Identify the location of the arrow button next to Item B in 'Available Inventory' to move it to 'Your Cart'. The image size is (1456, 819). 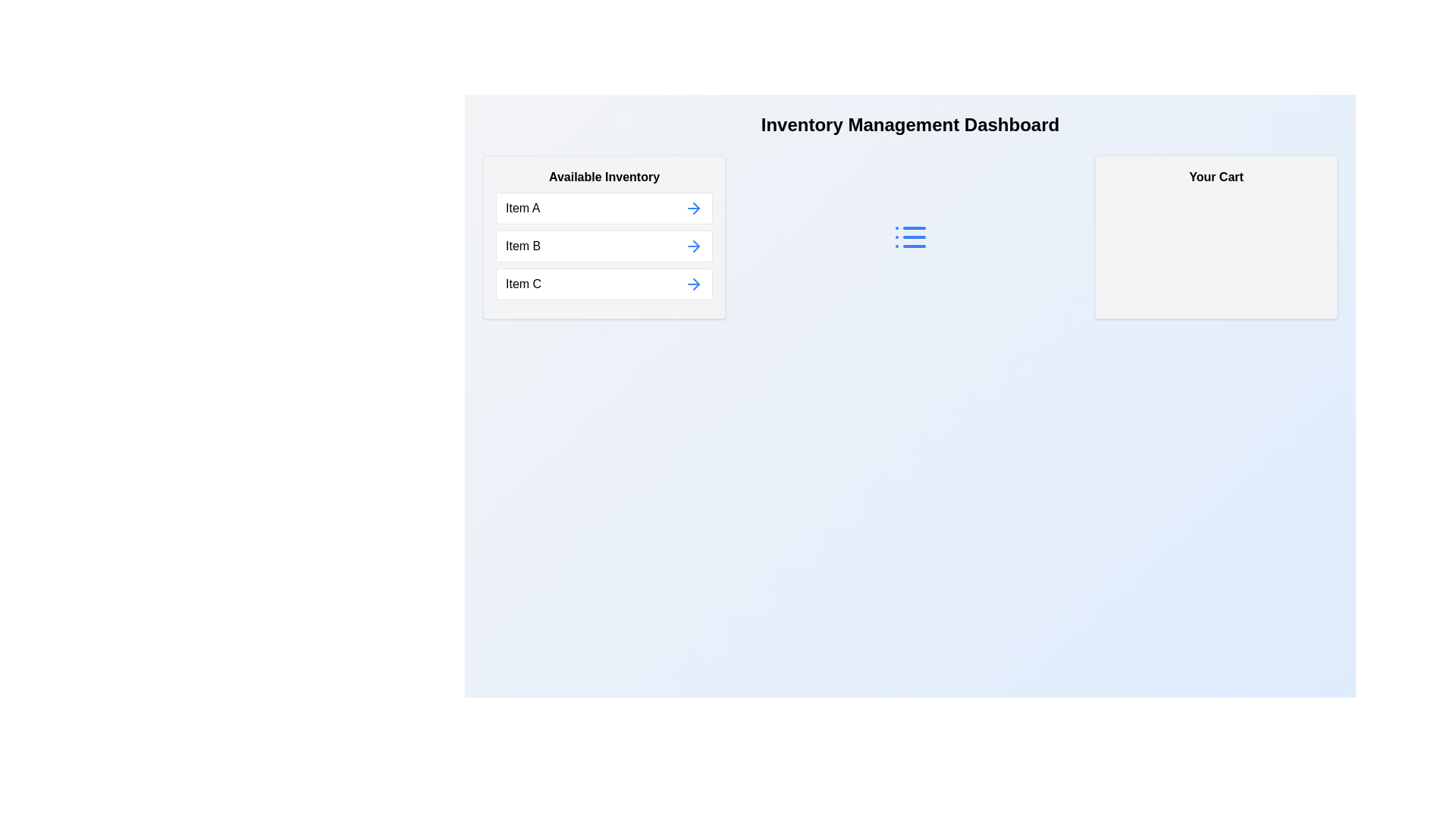
(693, 245).